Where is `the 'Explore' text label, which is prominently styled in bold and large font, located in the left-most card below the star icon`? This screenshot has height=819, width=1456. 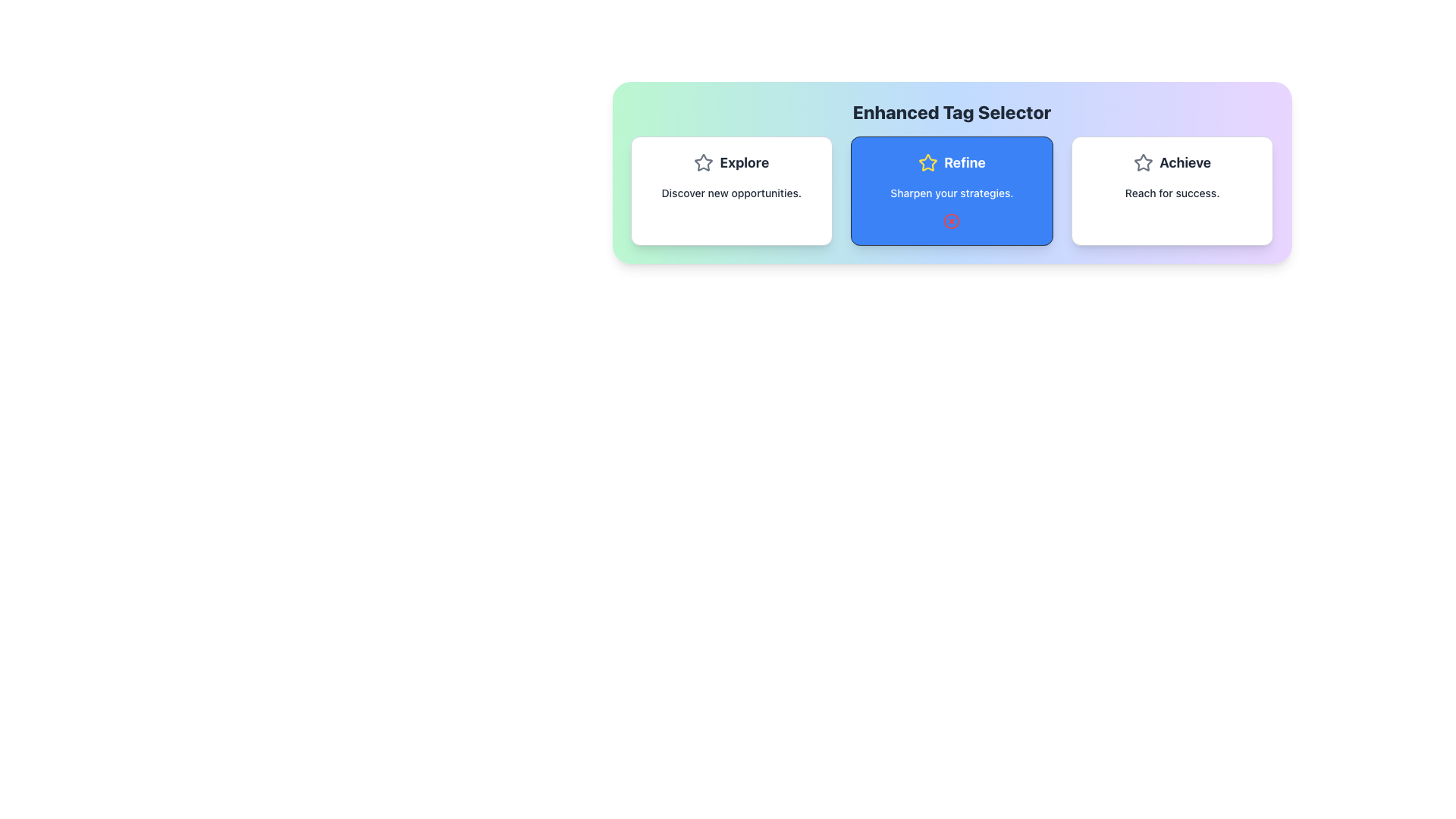 the 'Explore' text label, which is prominently styled in bold and large font, located in the left-most card below the star icon is located at coordinates (744, 163).